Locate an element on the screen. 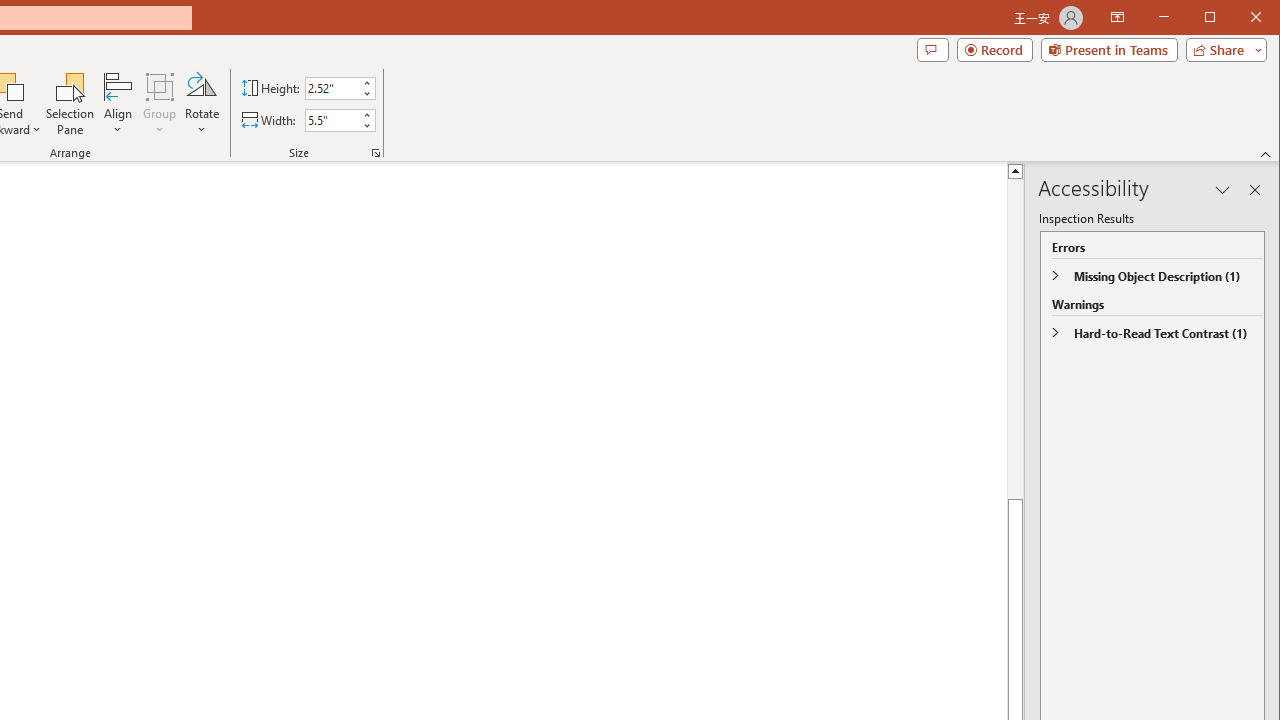 Image resolution: width=1280 pixels, height=720 pixels. 'Maximize' is located at coordinates (1238, 19).